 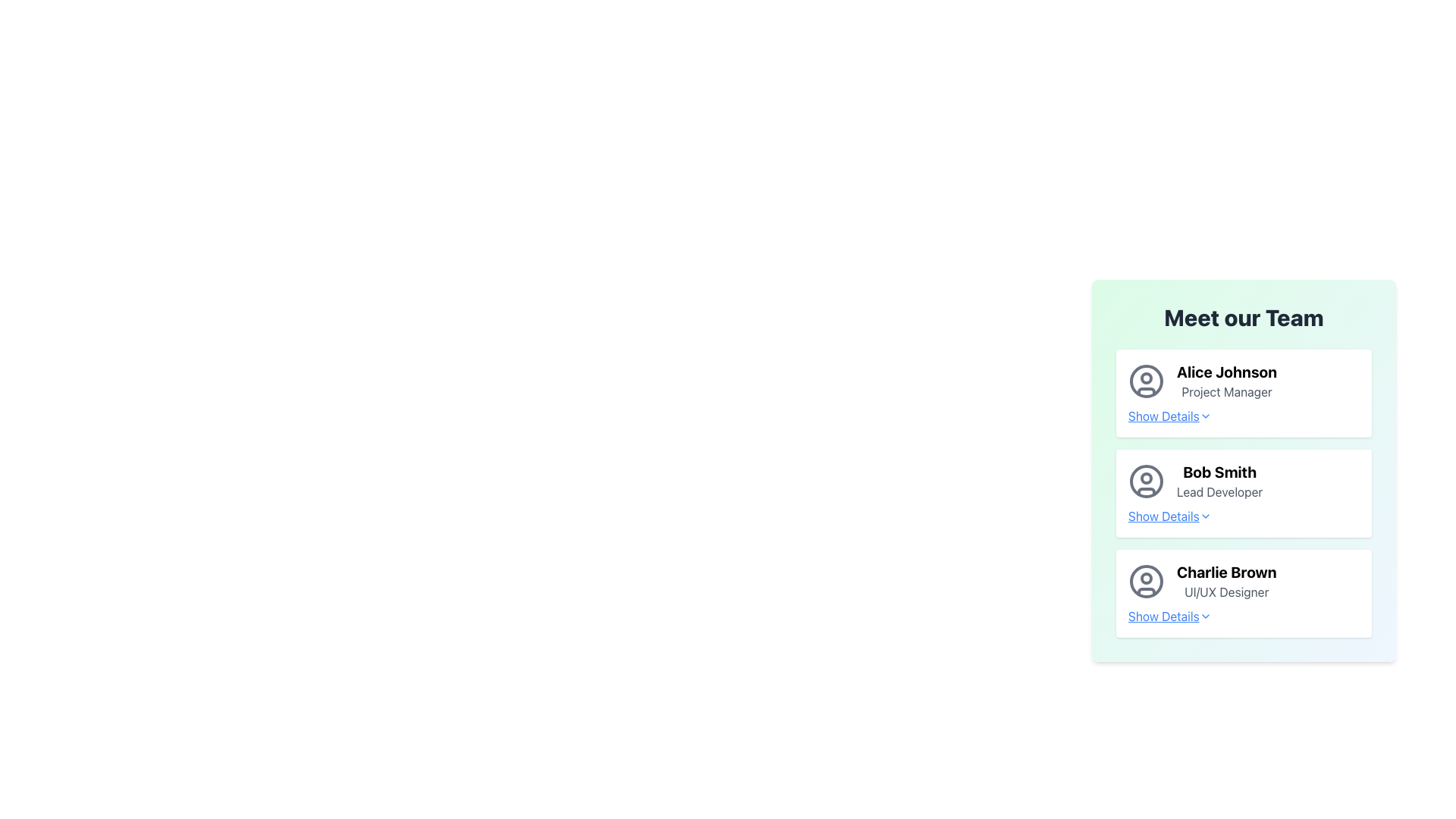 I want to click on the circular outline element of the user avatar, which is the outermost of the three concentric circles located next to 'Alice Johnson' in the 'Meet our Team' section's first card, so click(x=1147, y=380).